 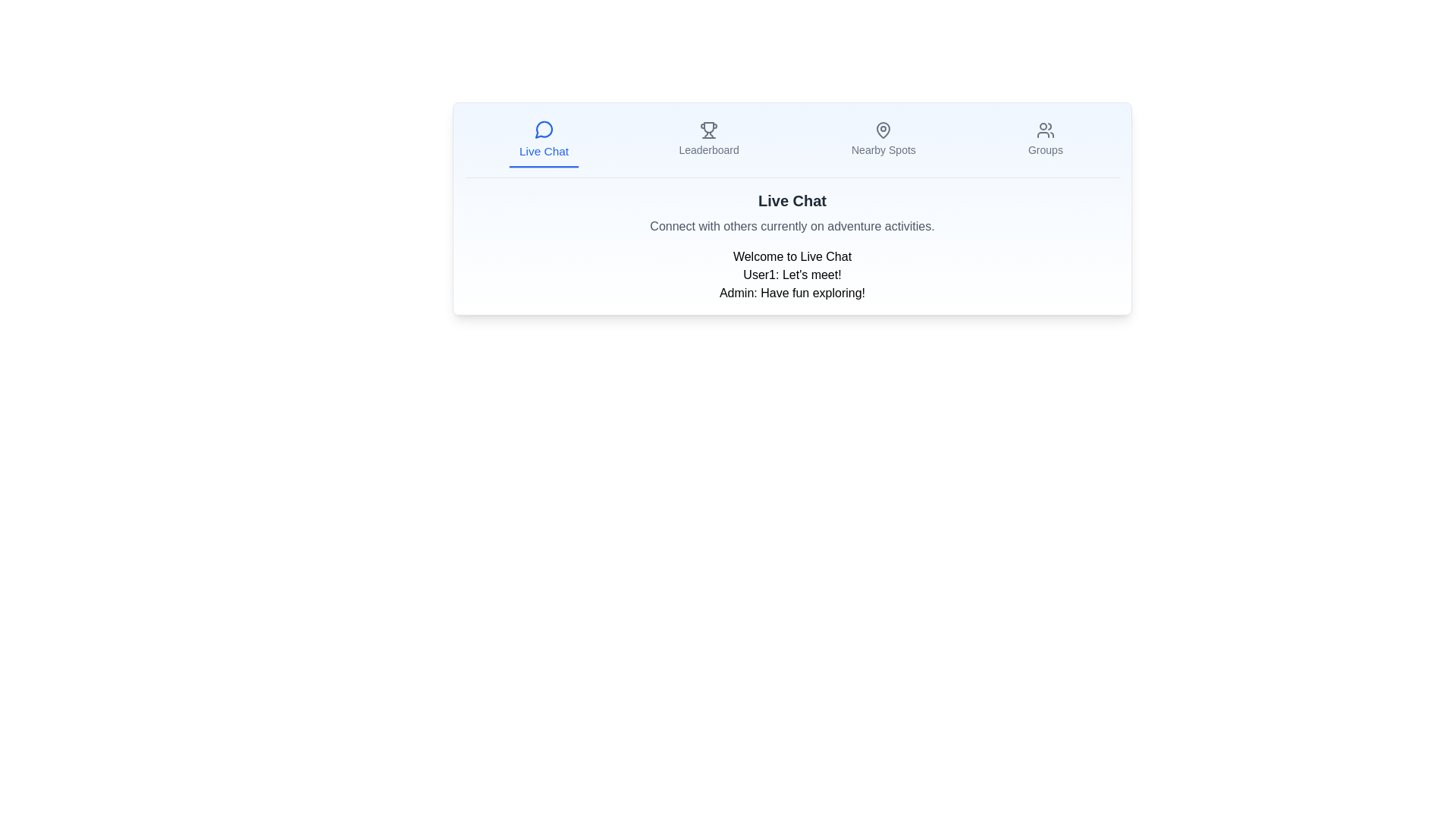 What do you see at coordinates (544, 151) in the screenshot?
I see `text label 'Live Chat' located in the bottom-center area of a navigation tab, styled with a medium-sized blue font and positioned below a speech bubble icon` at bounding box center [544, 151].